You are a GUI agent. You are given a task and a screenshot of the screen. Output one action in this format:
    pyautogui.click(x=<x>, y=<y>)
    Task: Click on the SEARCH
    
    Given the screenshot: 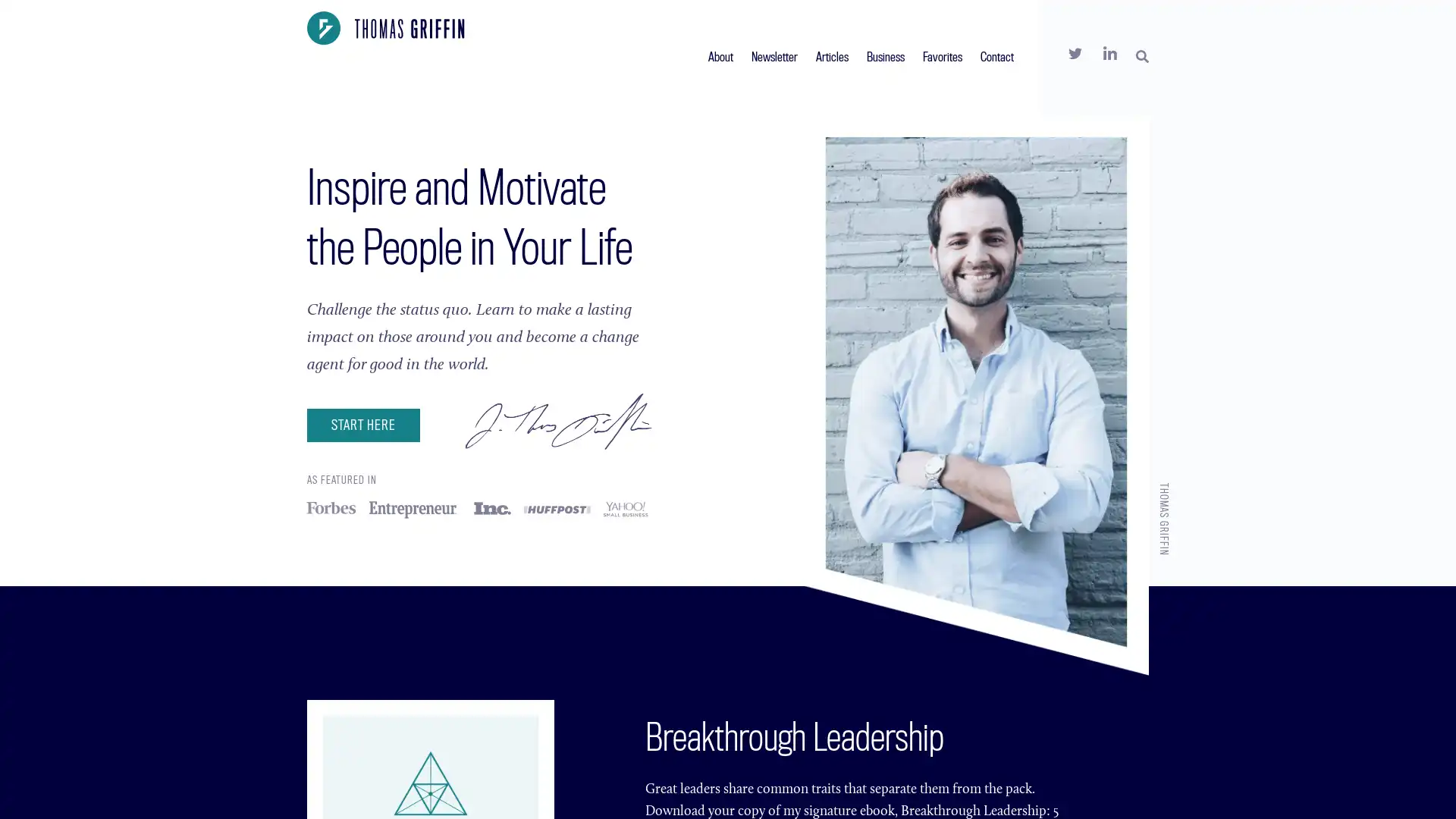 What is the action you would take?
    pyautogui.click(x=1142, y=55)
    